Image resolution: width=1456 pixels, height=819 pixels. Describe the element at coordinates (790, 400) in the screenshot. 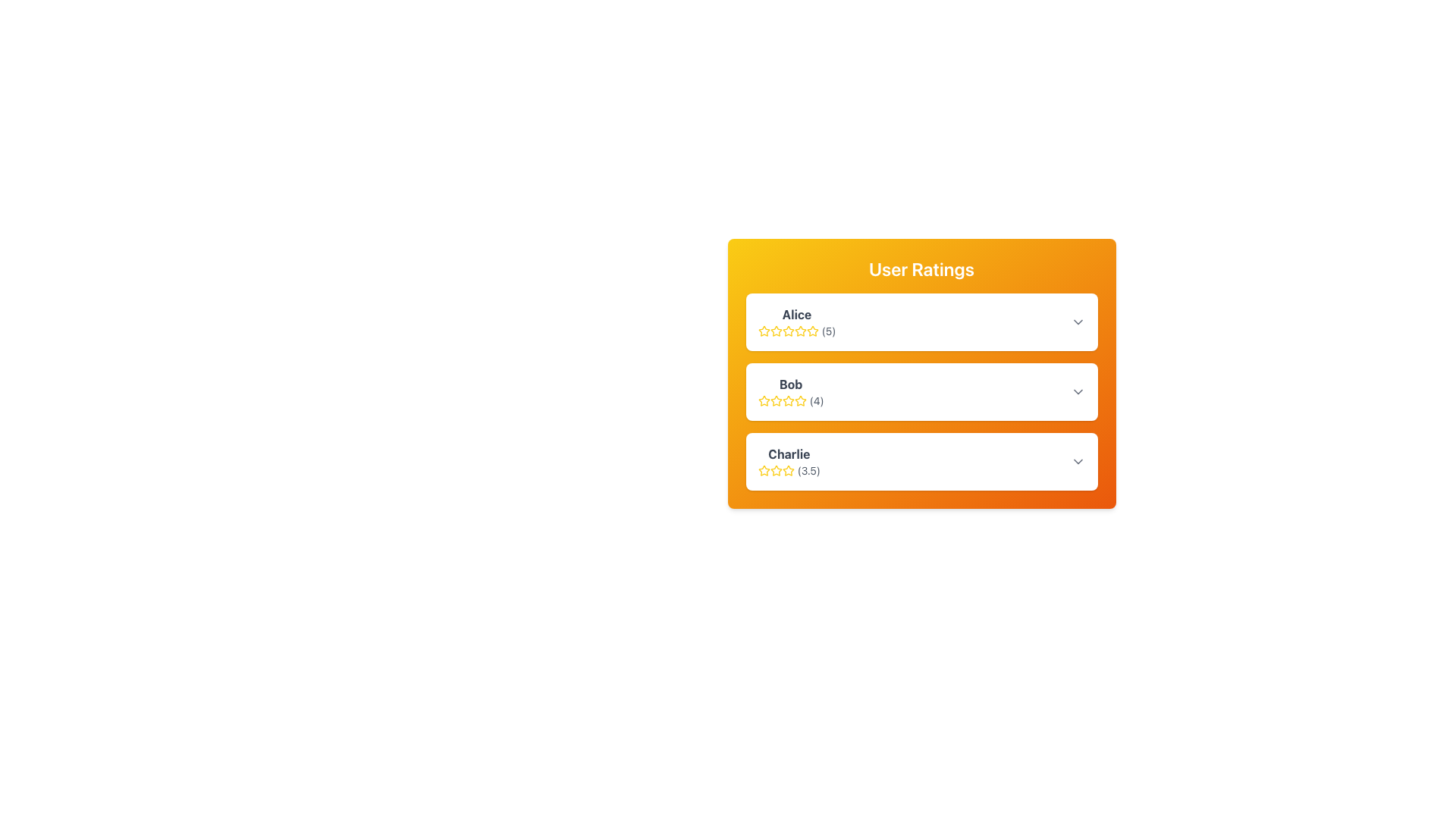

I see `the Rating indicator displaying a score of 4 out of 5 for the user 'Bob', located in the second row of the 'User Ratings' section` at that location.